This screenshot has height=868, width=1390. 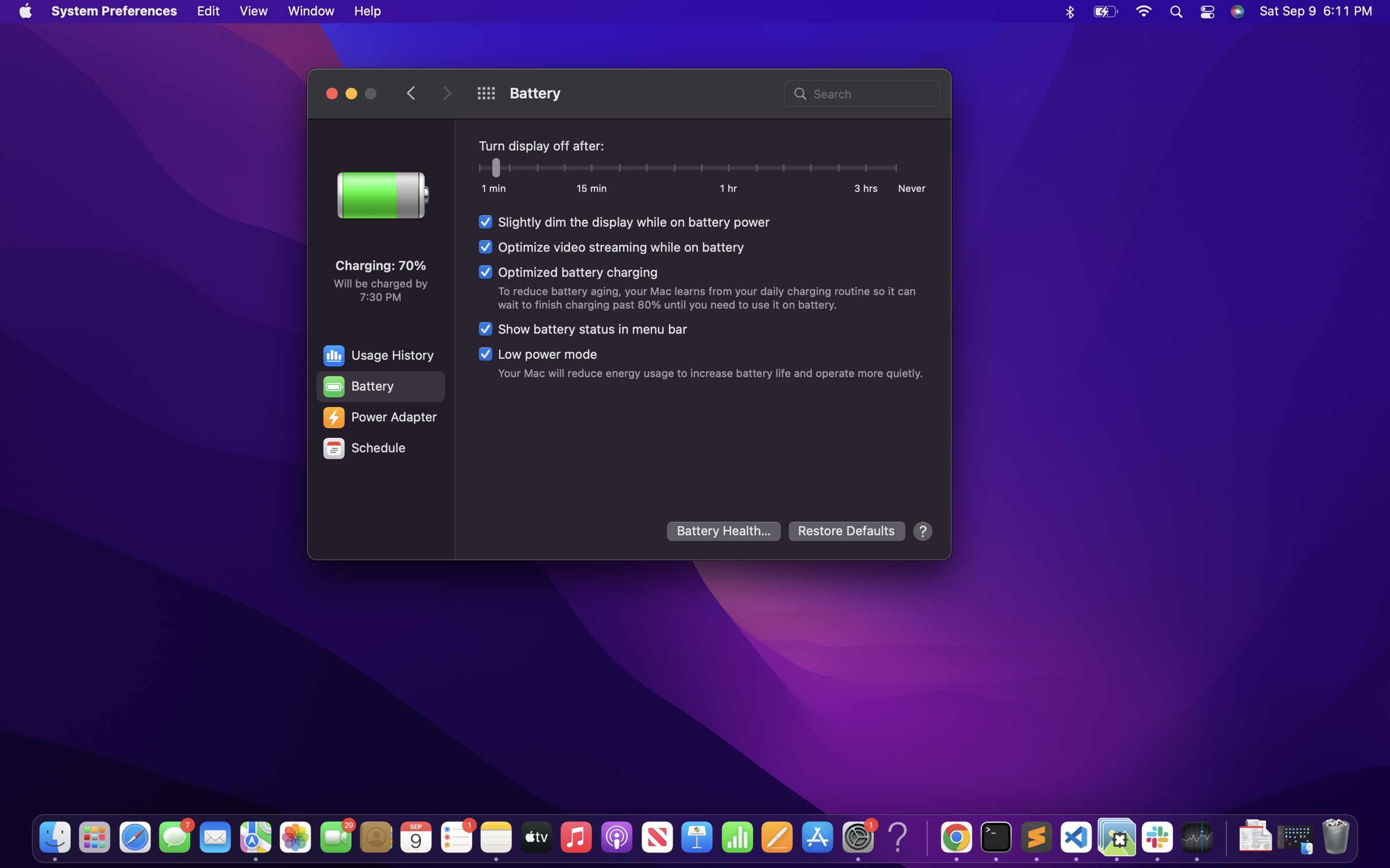 I want to click on Go back the last page of settings, so click(x=412, y=92).